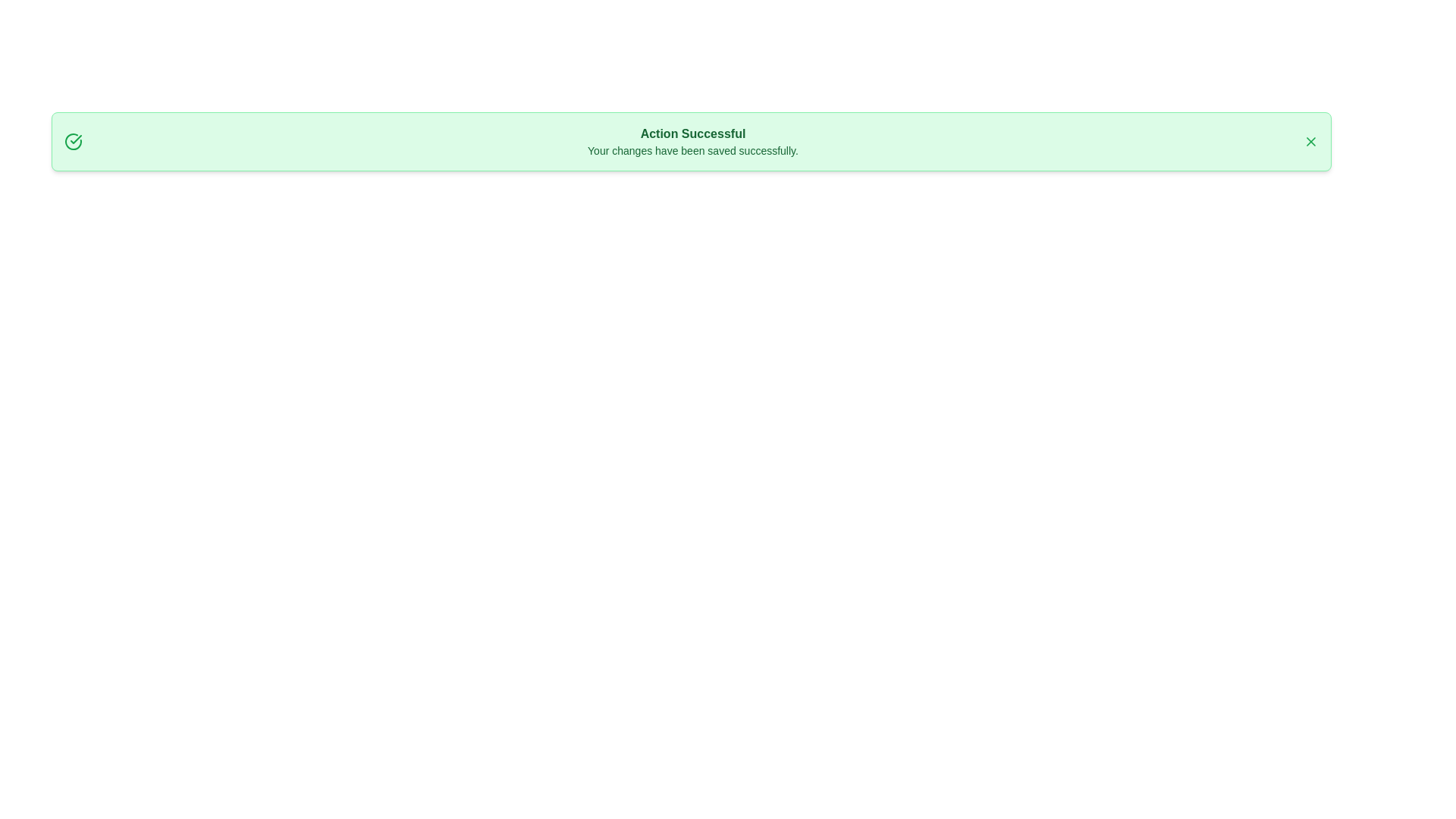 The image size is (1456, 819). I want to click on close button to dismiss the alert, so click(1310, 141).